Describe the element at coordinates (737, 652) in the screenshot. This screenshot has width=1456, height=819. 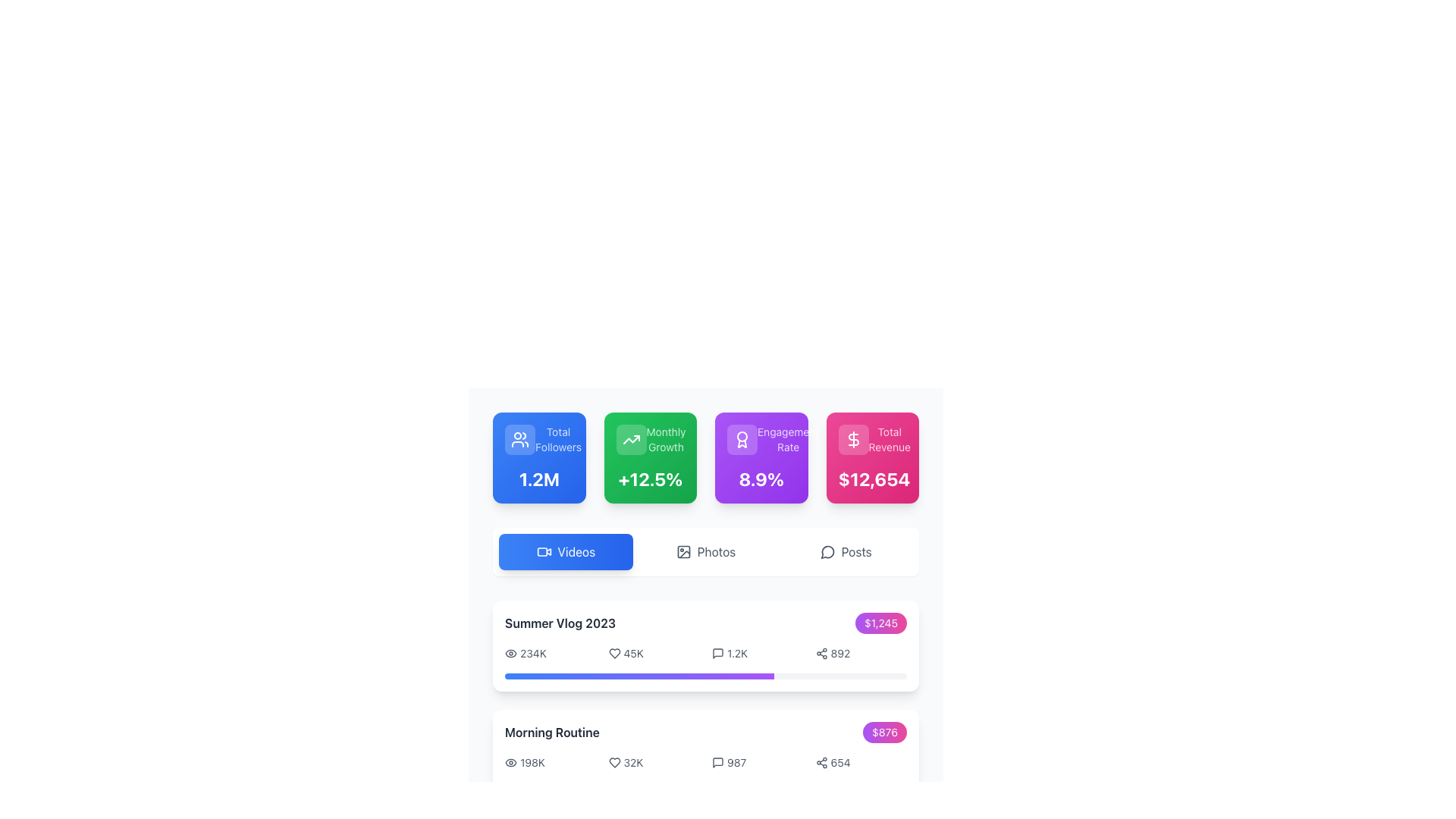
I see `the comment count text displaying the number of comments for 'Summer Vlog 2023'` at that location.